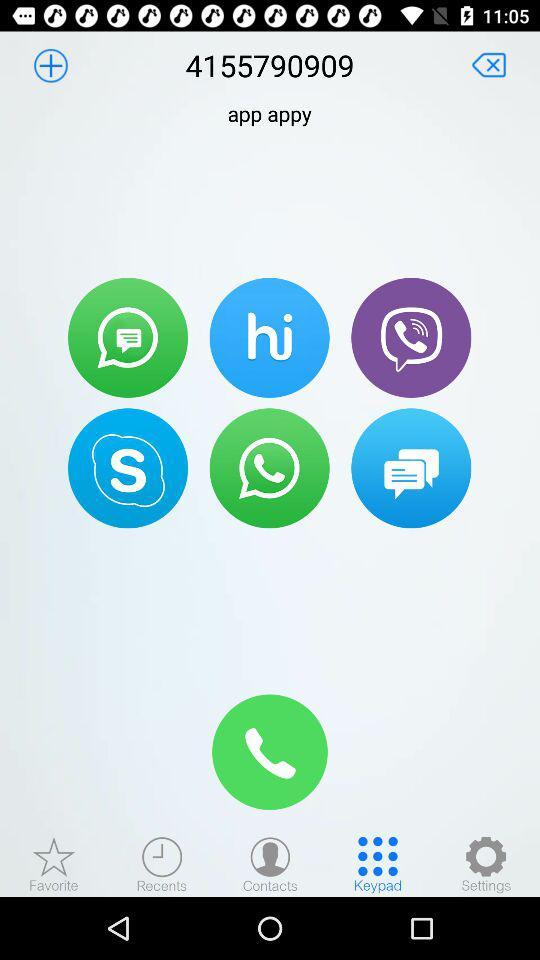  Describe the element at coordinates (410, 337) in the screenshot. I see `press to contact` at that location.